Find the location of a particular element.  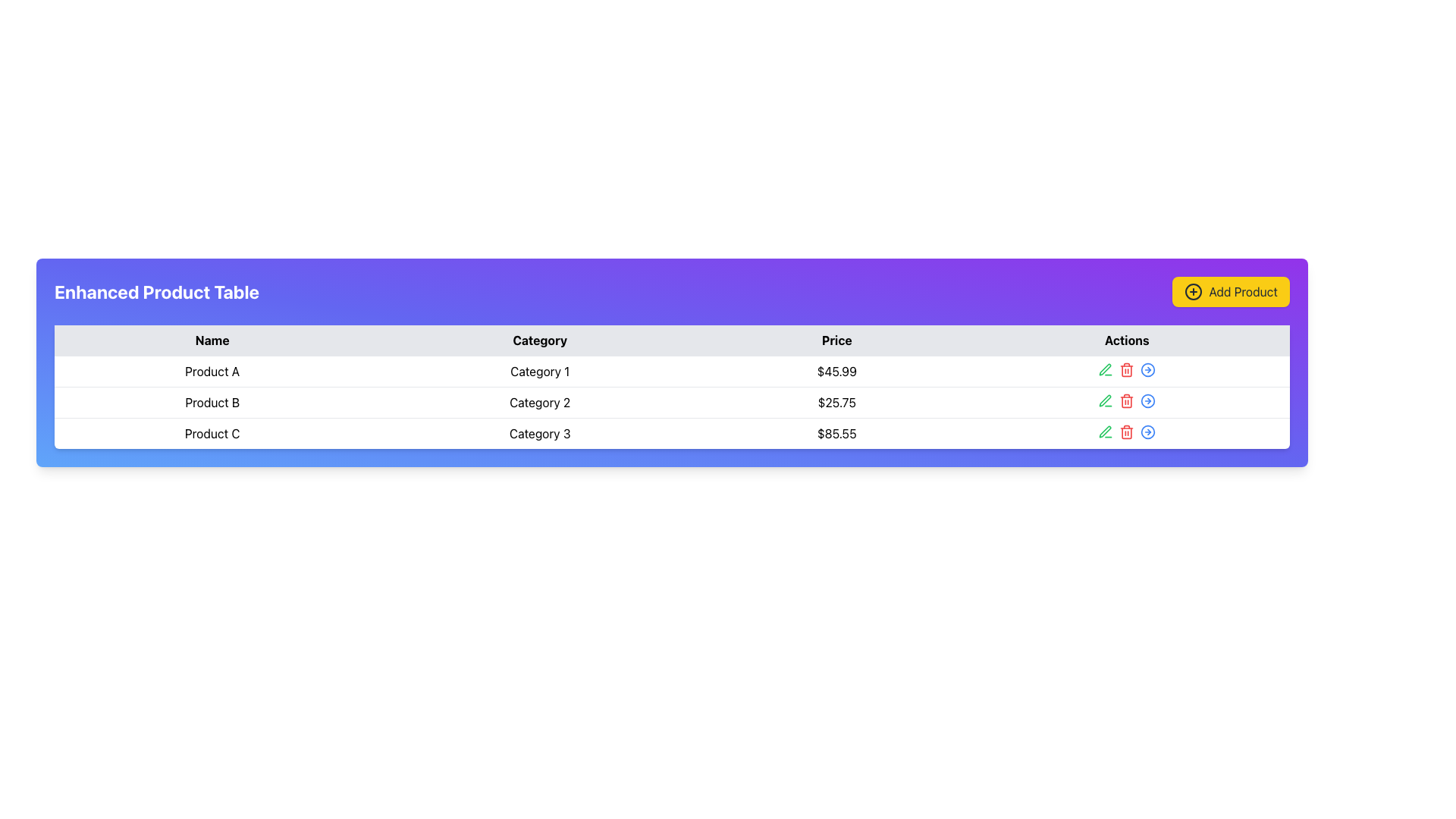

the SVG Circle element inside the button styled with a circular arrow in the 'Actions' column of the third row of the table is located at coordinates (1148, 370).